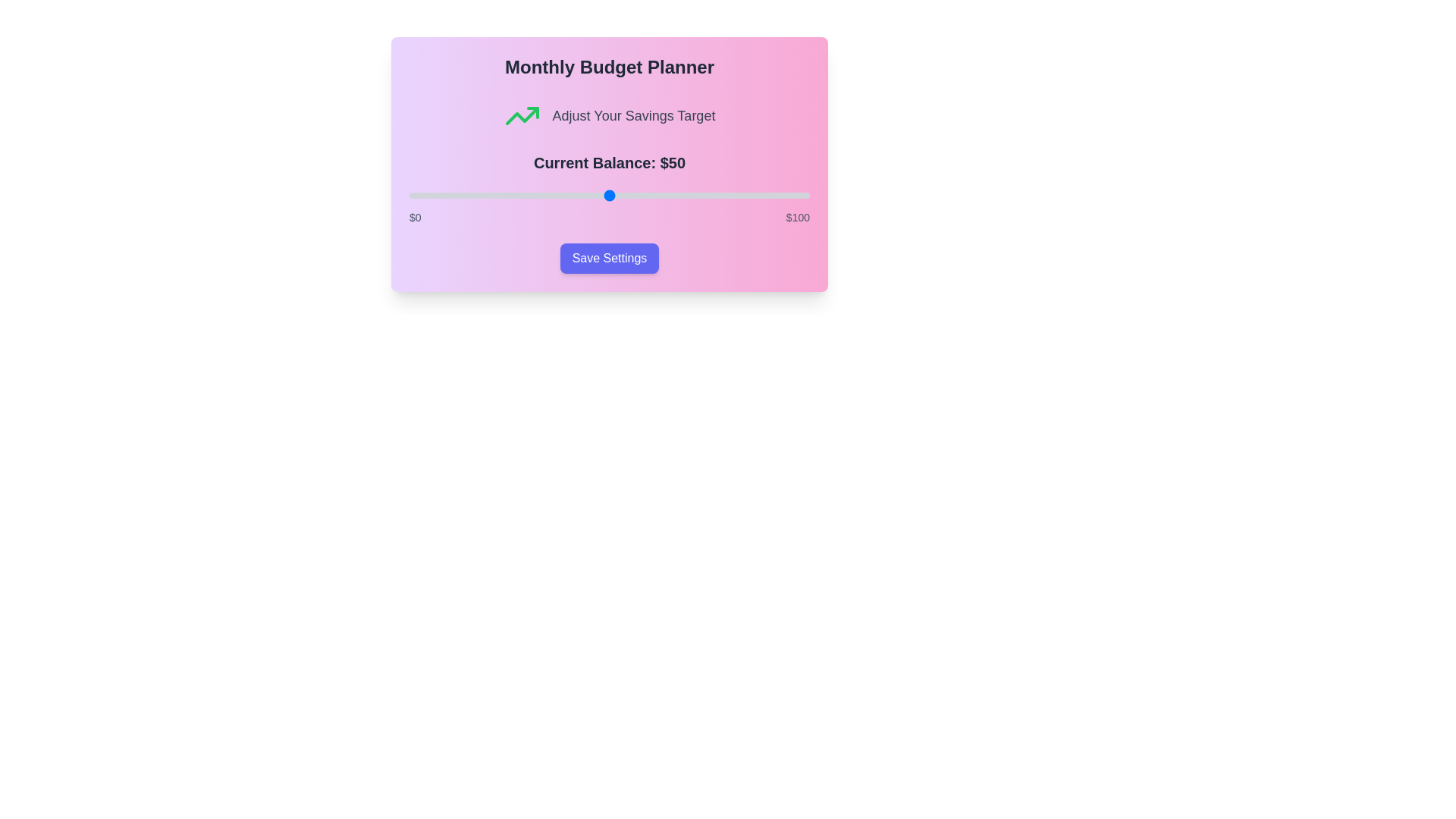  Describe the element at coordinates (609, 257) in the screenshot. I see `the 'Save Settings' button to save the current budget settings` at that location.